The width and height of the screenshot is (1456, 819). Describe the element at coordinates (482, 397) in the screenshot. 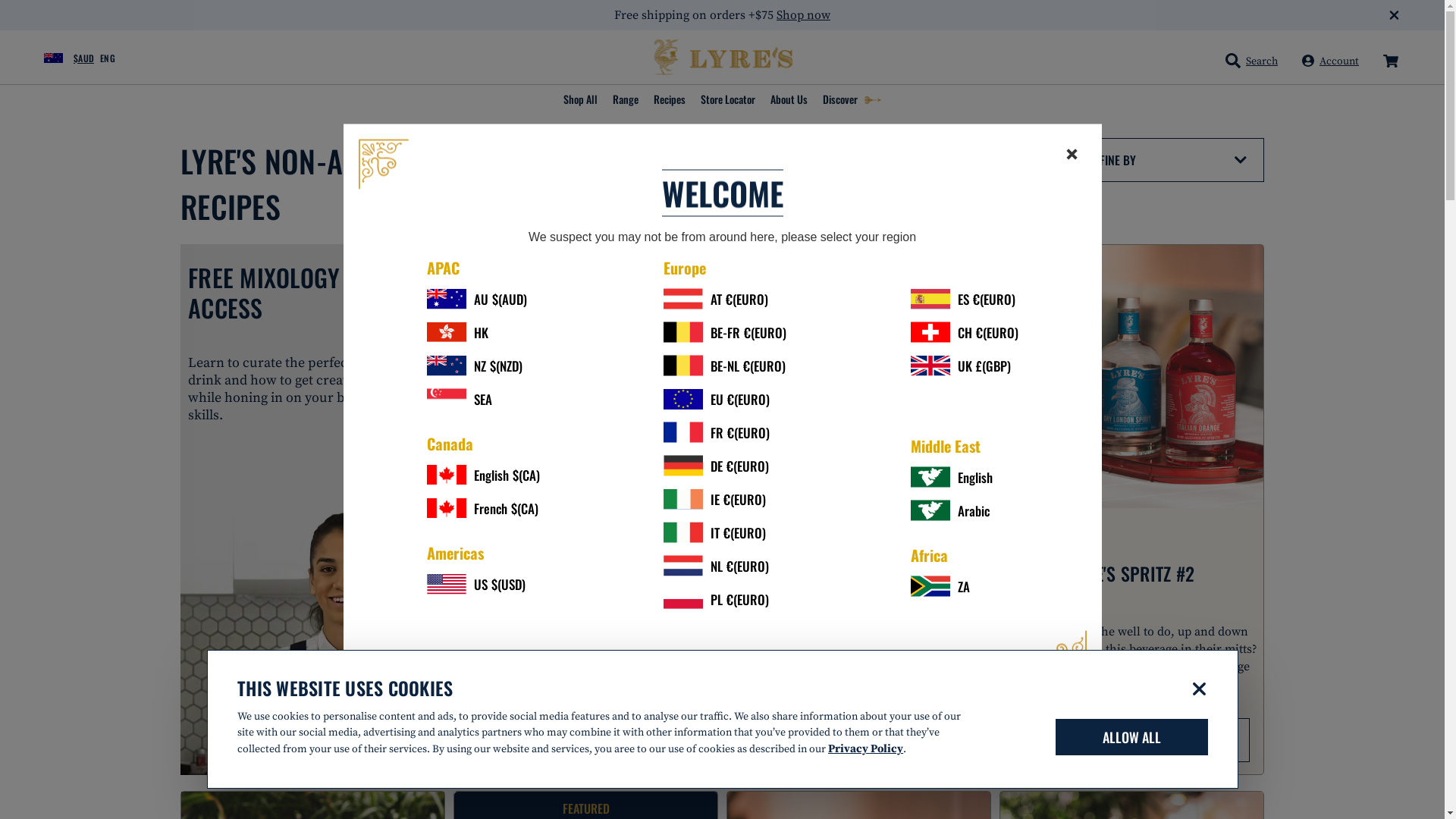

I see `'SEA'` at that location.